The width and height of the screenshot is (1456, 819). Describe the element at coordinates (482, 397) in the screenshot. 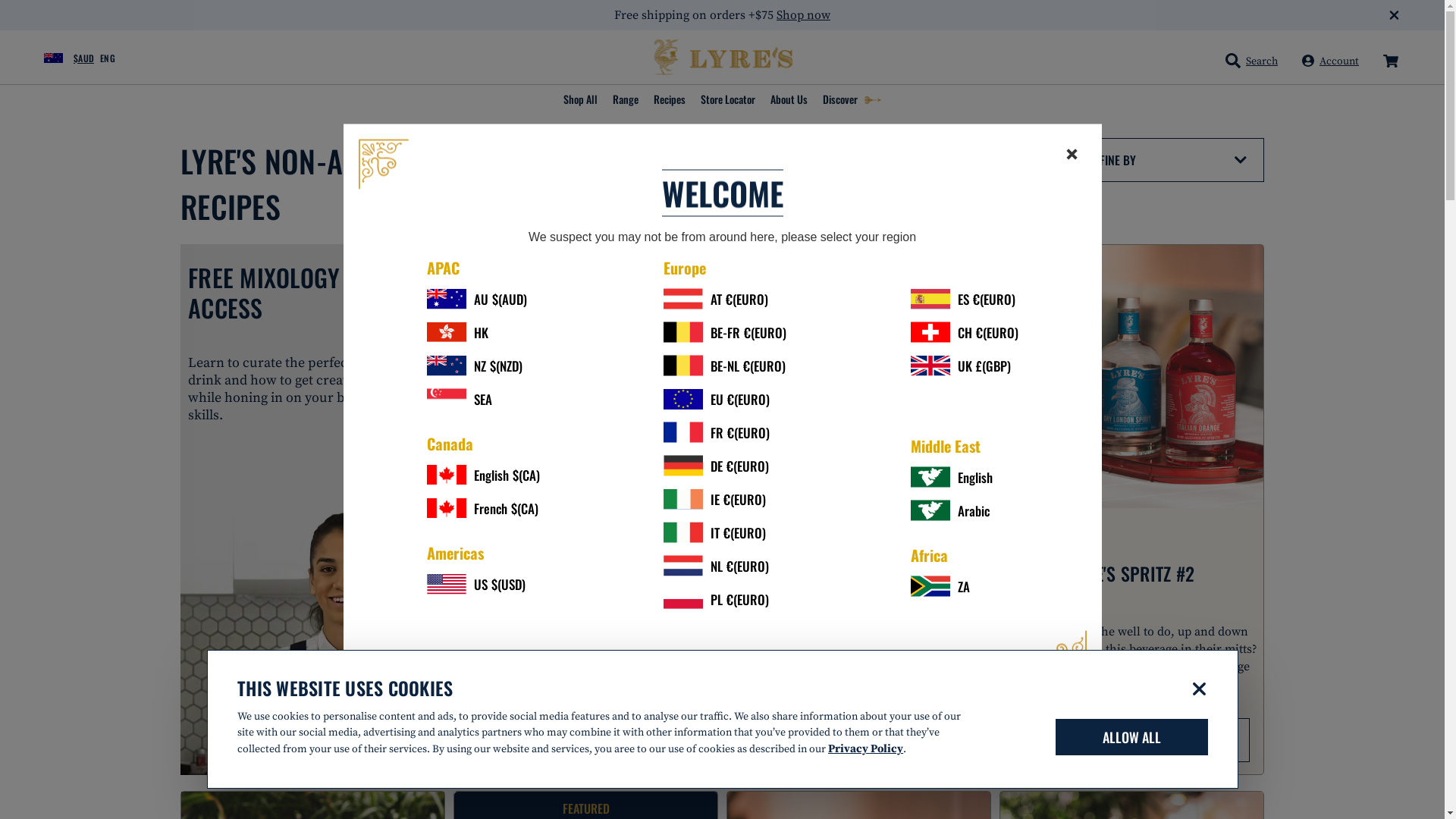

I see `'SEA'` at that location.